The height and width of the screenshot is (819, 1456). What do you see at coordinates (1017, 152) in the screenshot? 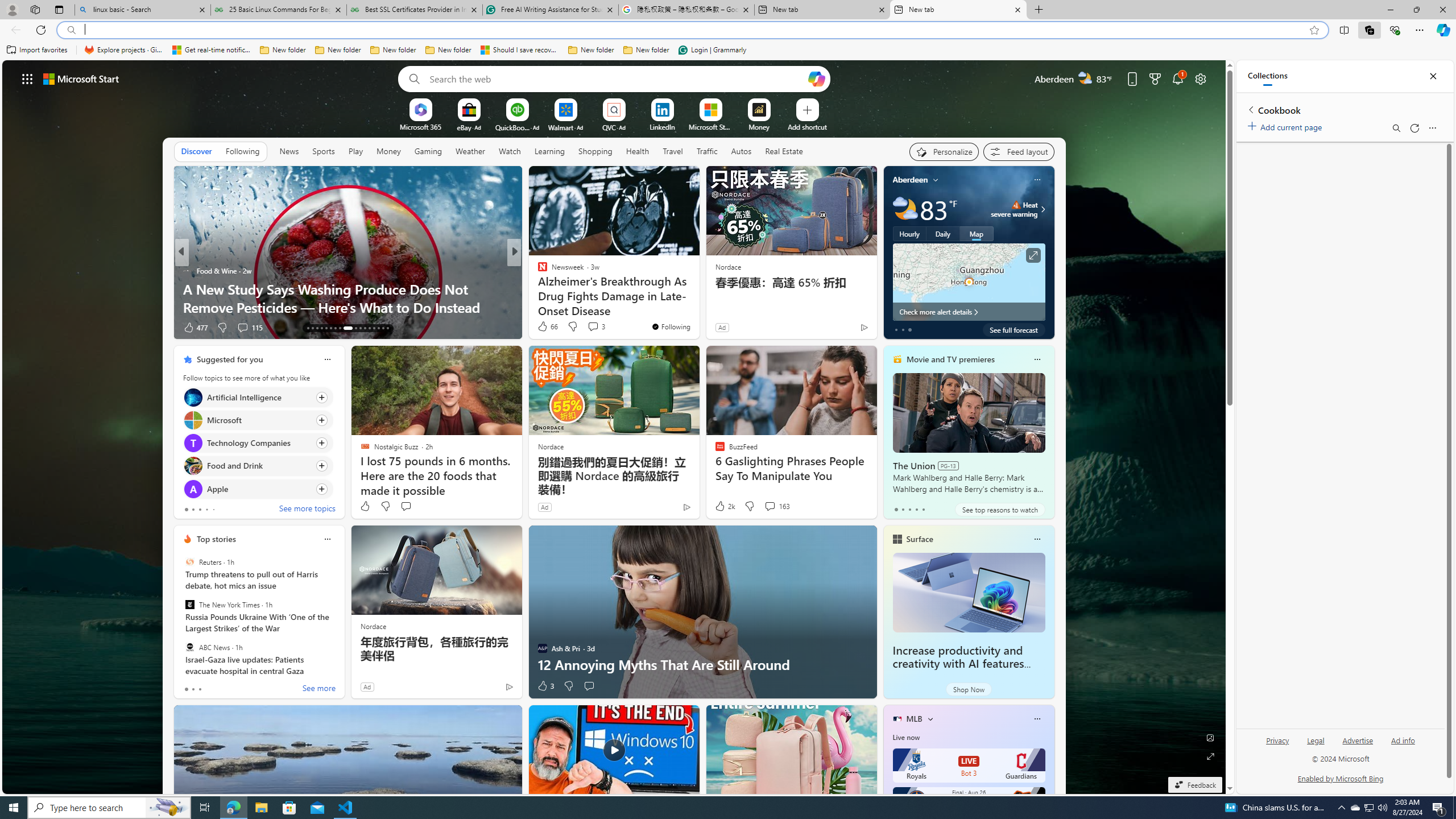
I see `'Feed settings'` at bounding box center [1017, 152].